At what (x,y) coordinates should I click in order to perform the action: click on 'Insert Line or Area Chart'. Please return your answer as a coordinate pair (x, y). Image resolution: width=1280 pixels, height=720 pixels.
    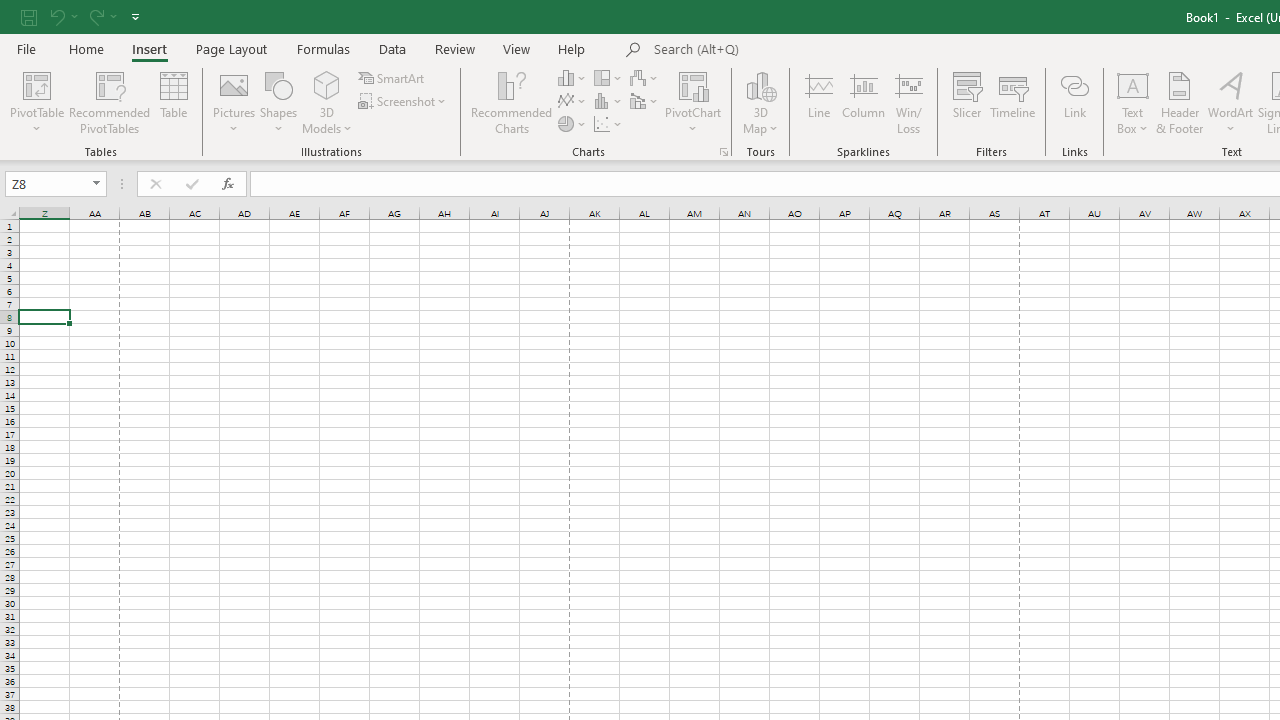
    Looking at the image, I should click on (572, 101).